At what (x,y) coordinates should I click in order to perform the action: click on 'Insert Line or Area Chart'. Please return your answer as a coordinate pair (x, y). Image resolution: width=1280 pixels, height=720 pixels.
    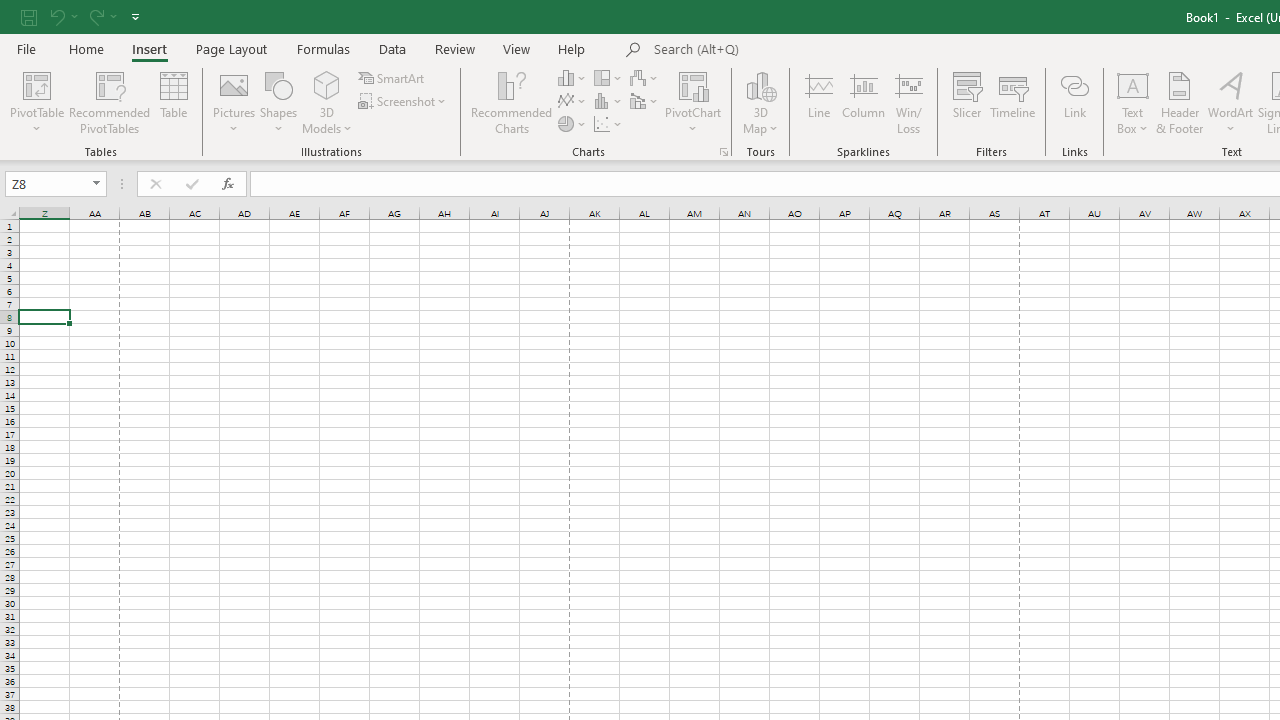
    Looking at the image, I should click on (572, 101).